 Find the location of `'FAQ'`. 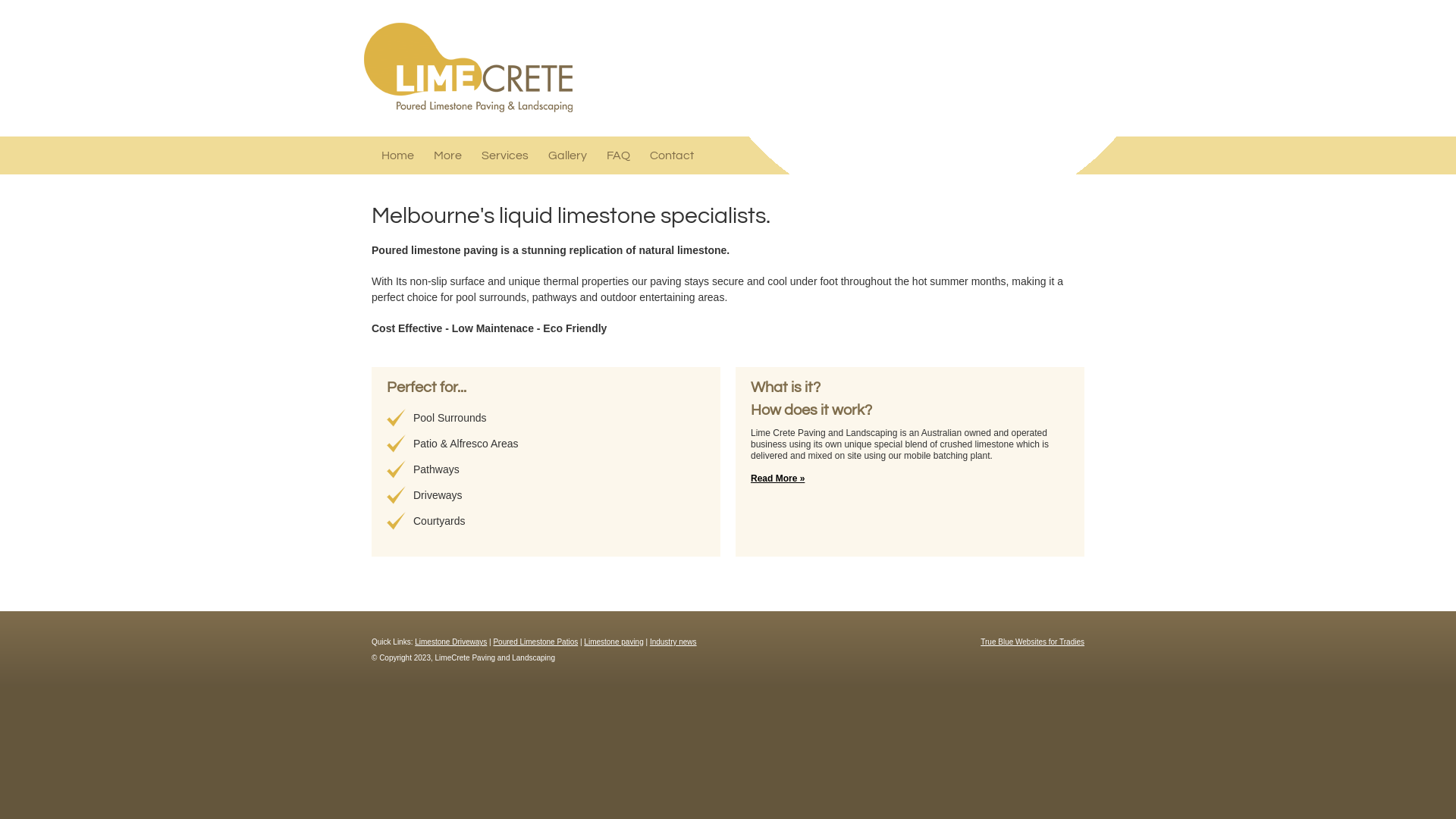

'FAQ' is located at coordinates (618, 155).